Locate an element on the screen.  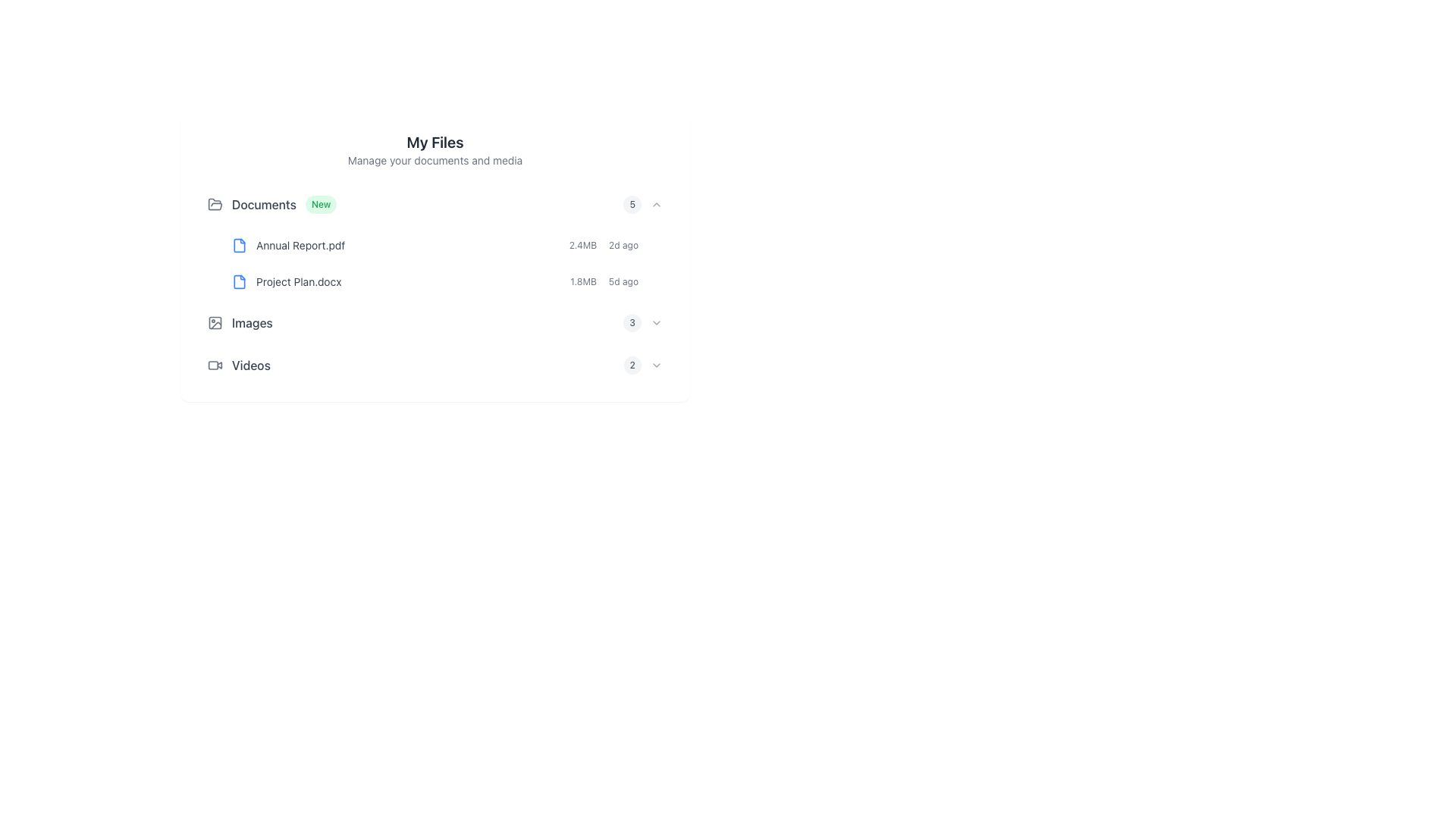
the value displayed in the Badge or count indicator showing the number '3' next to the Documents item in the file listing interface is located at coordinates (632, 322).